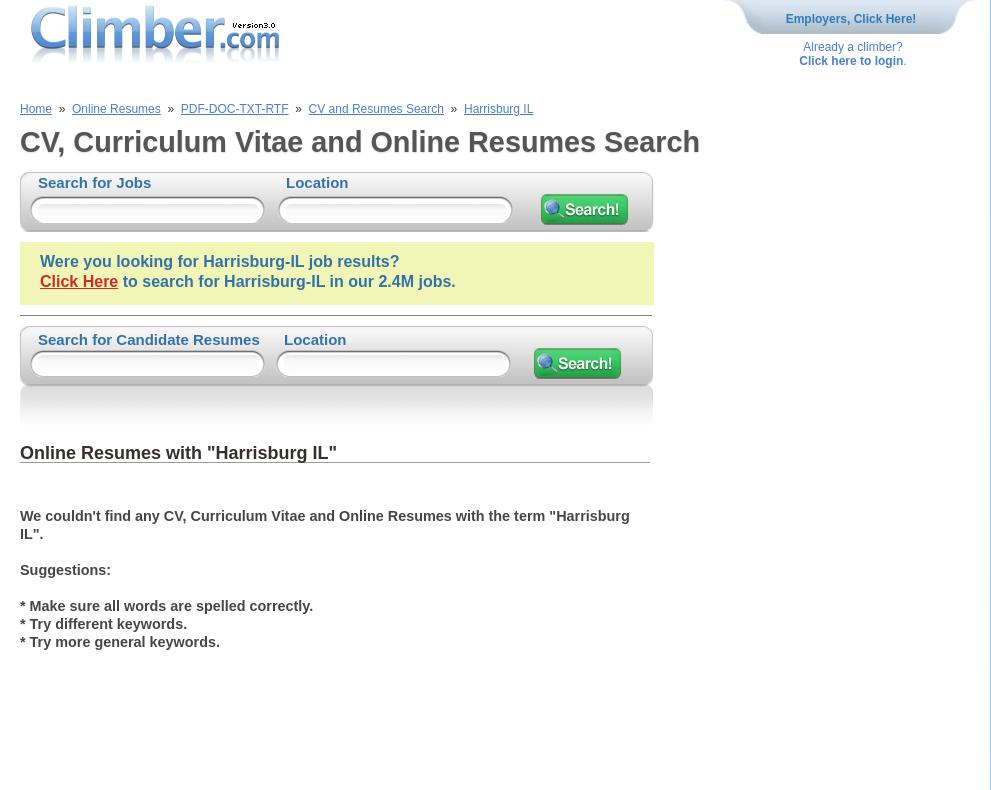 The height and width of the screenshot is (790, 991). What do you see at coordinates (849, 59) in the screenshot?
I see `'Click here to login'` at bounding box center [849, 59].